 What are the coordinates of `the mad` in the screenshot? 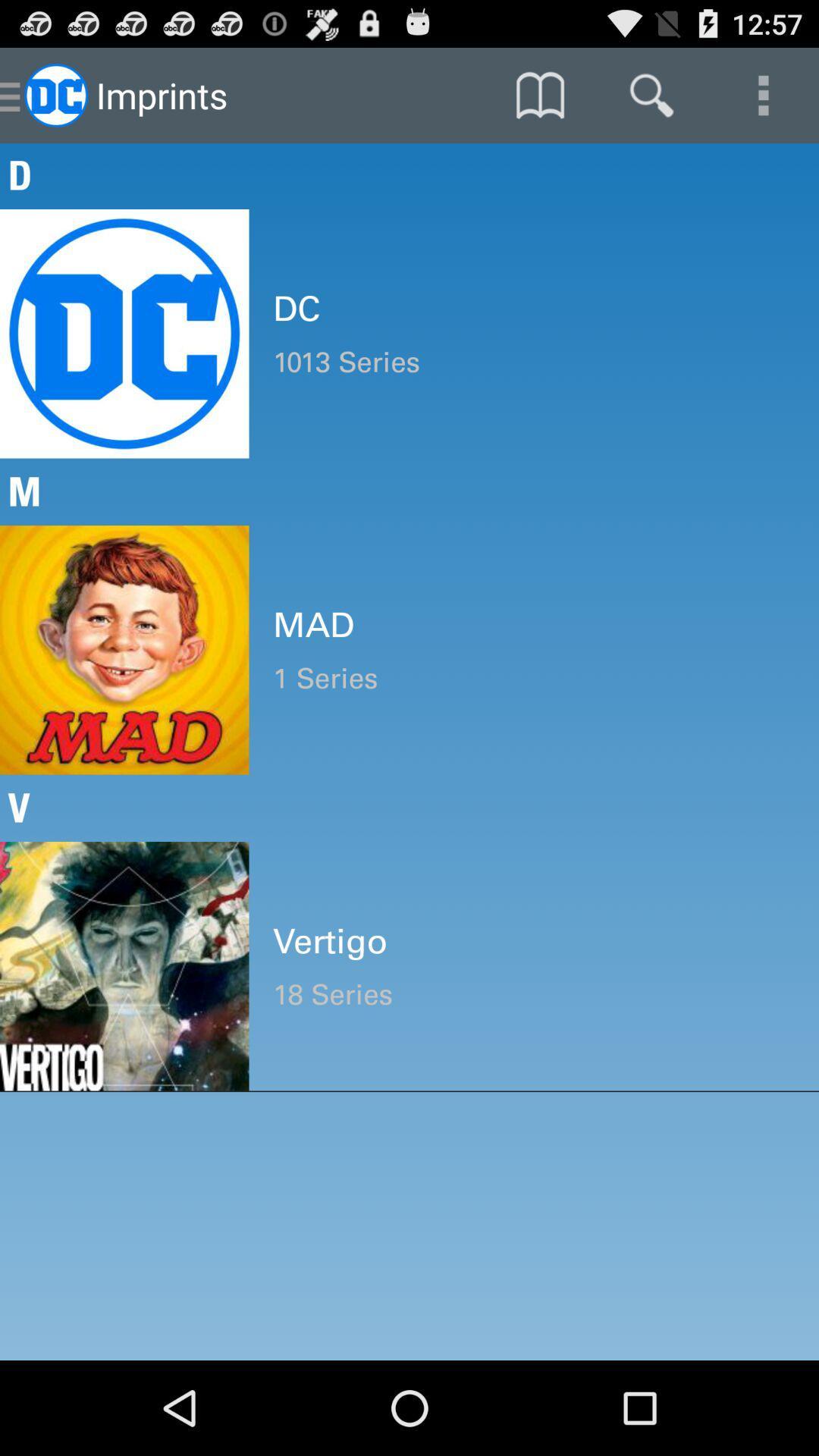 It's located at (533, 625).